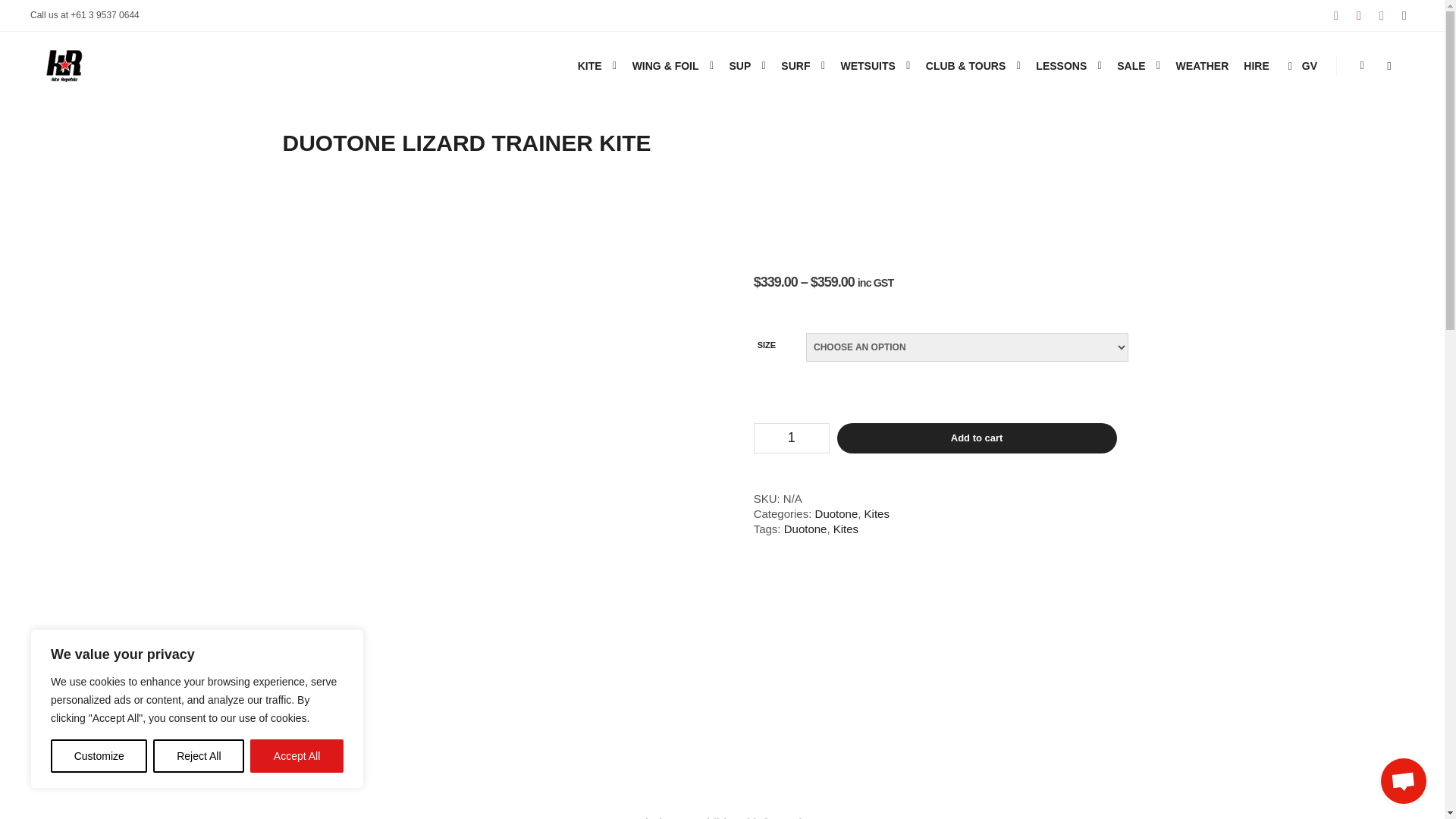 The width and height of the screenshot is (1456, 819). Describe the element at coordinates (864, 513) in the screenshot. I see `'Kites'` at that location.